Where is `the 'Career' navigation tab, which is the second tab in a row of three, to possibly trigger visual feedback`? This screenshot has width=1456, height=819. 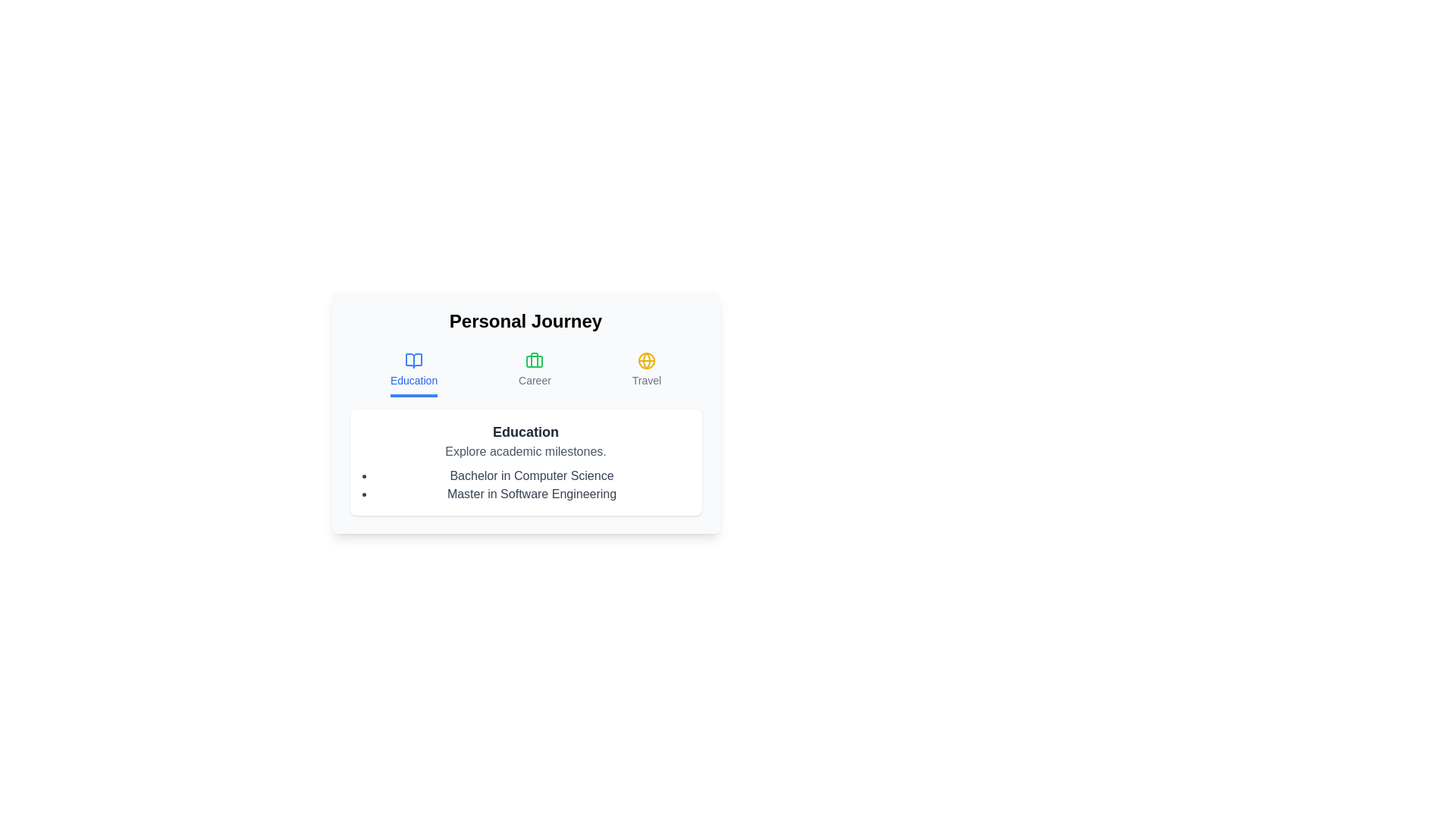 the 'Career' navigation tab, which is the second tab in a row of three, to possibly trigger visual feedback is located at coordinates (535, 374).